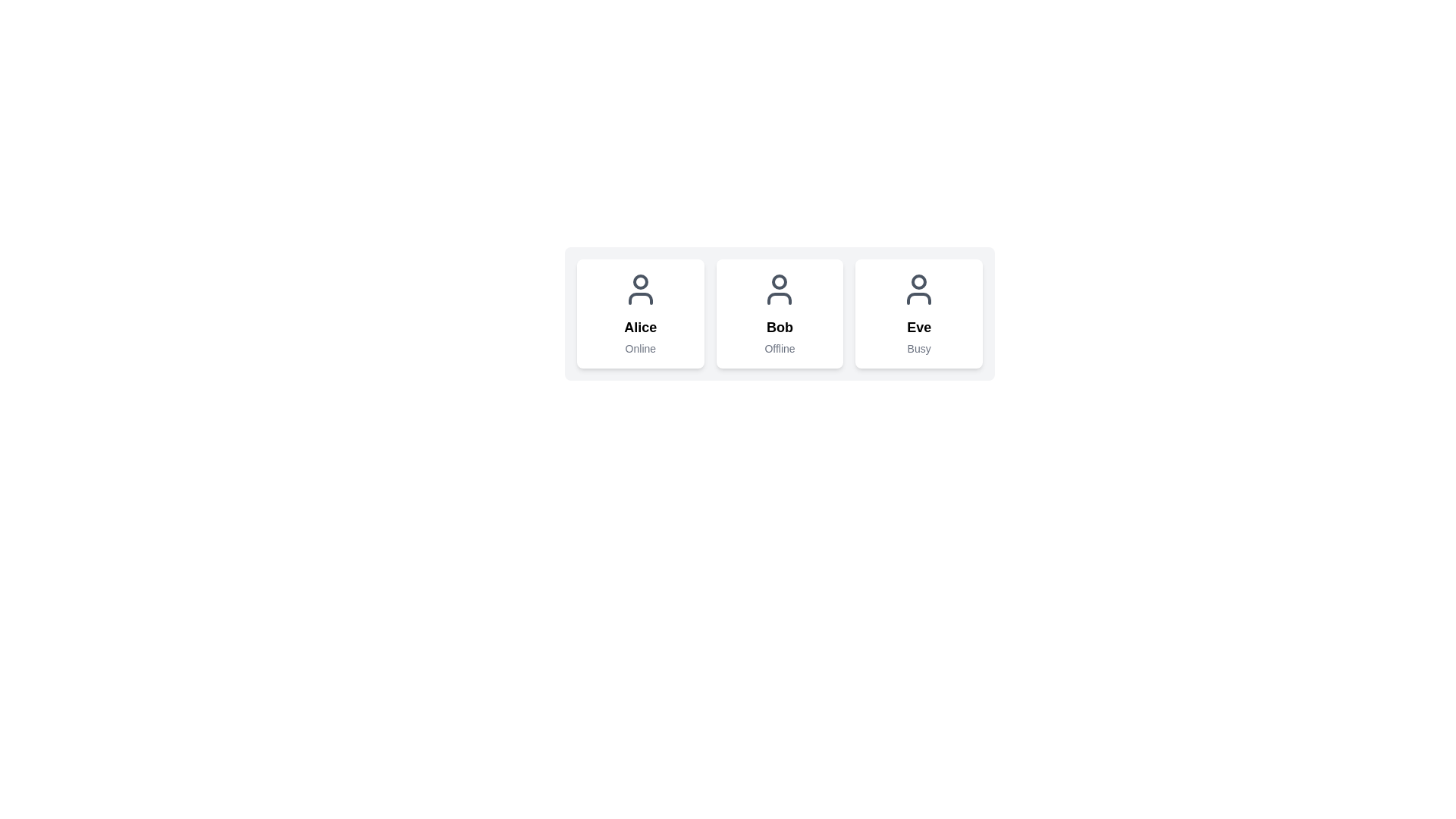 The height and width of the screenshot is (819, 1456). What do you see at coordinates (640, 348) in the screenshot?
I see `the Text Label that displays 'Online', which is styled in a small gray font and positioned below the text 'Alice' in a grid layout` at bounding box center [640, 348].